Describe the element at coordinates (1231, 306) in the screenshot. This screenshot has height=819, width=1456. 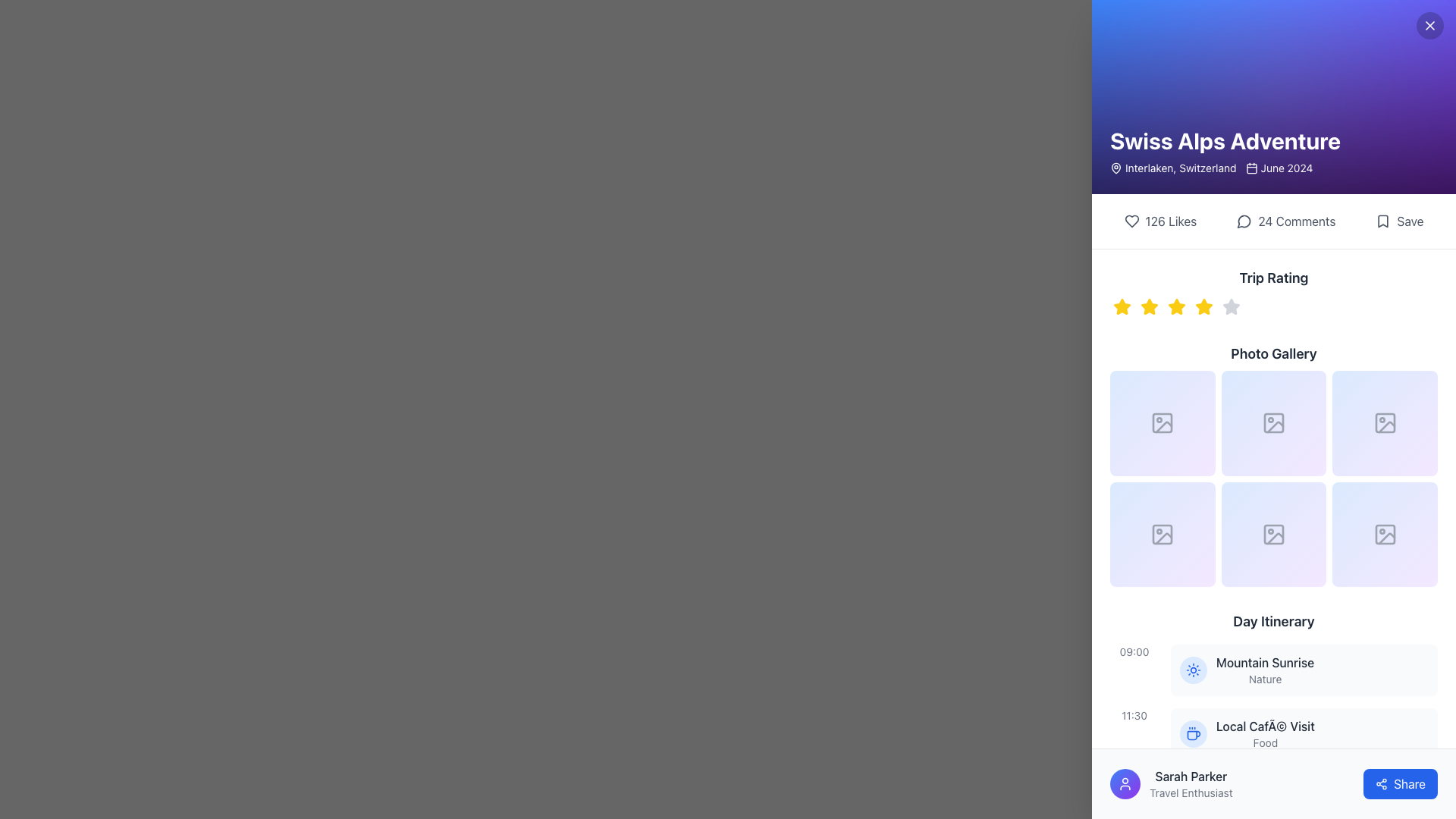
I see `the fifth star icon in the Trip Rating section, which represents the current rating state in a 1-to-5 rating system` at that location.